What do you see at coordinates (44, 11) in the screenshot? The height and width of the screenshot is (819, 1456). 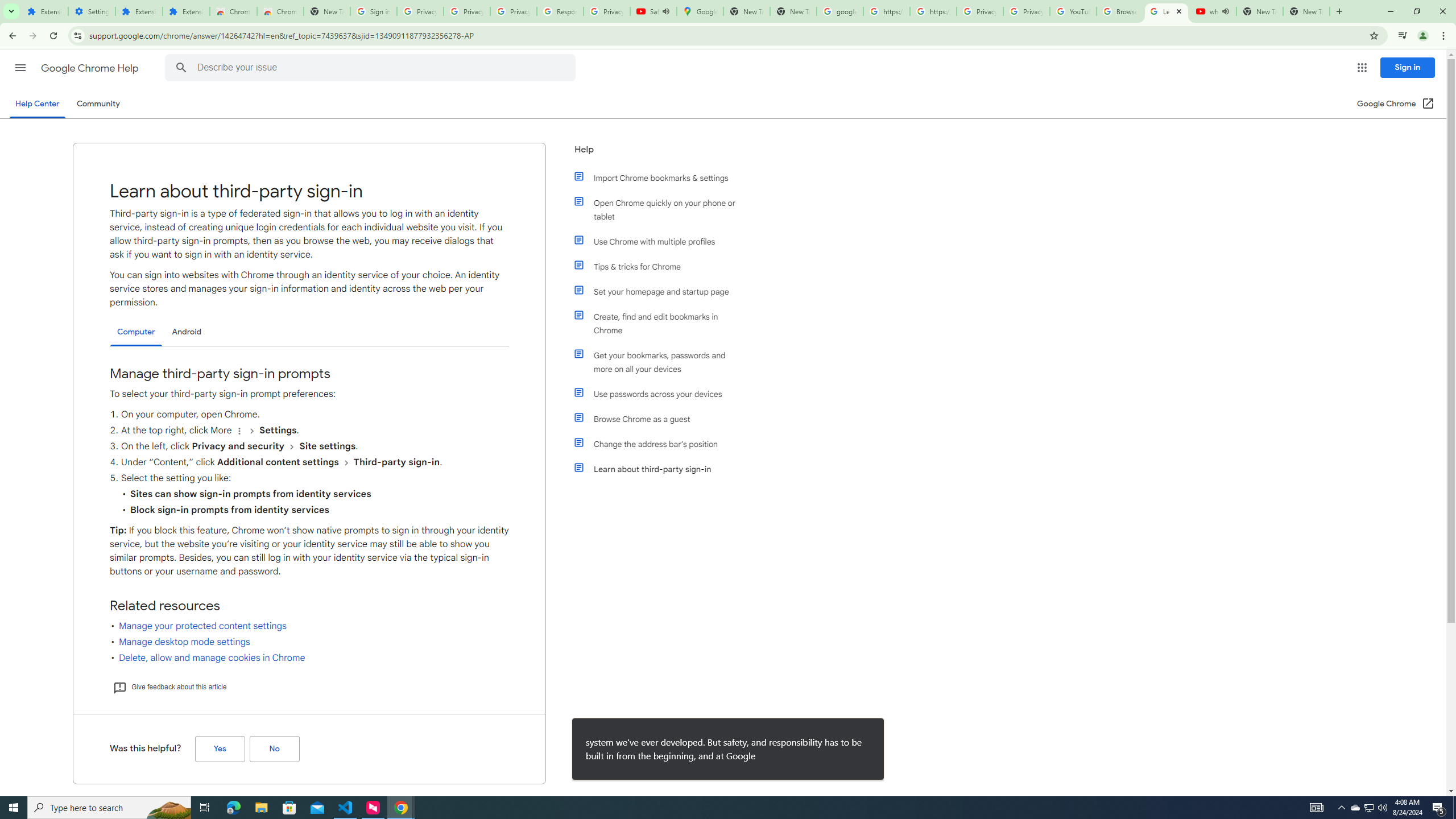 I see `'Extensions'` at bounding box center [44, 11].